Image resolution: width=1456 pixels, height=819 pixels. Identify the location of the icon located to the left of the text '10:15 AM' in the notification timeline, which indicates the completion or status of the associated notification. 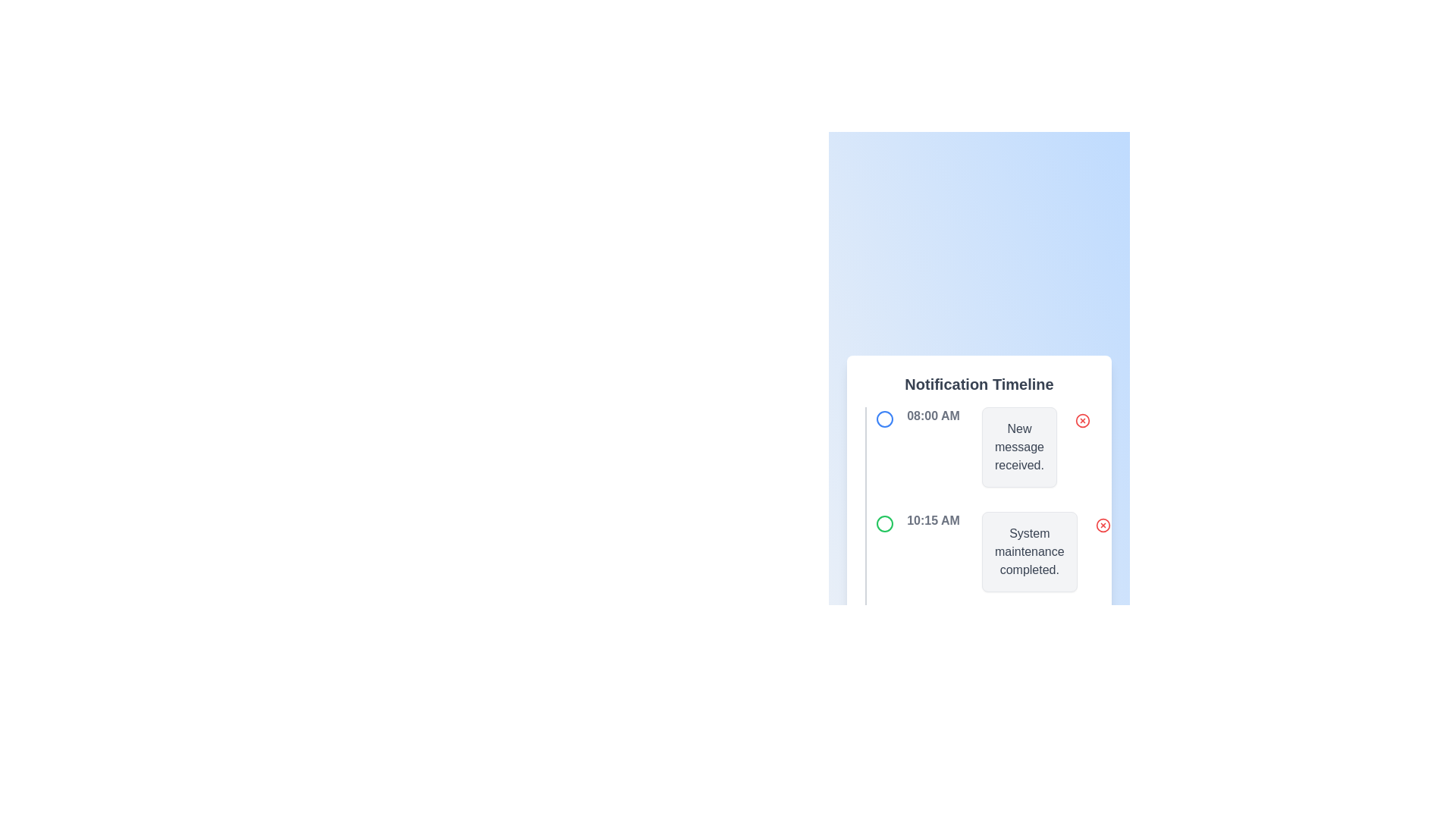
(884, 522).